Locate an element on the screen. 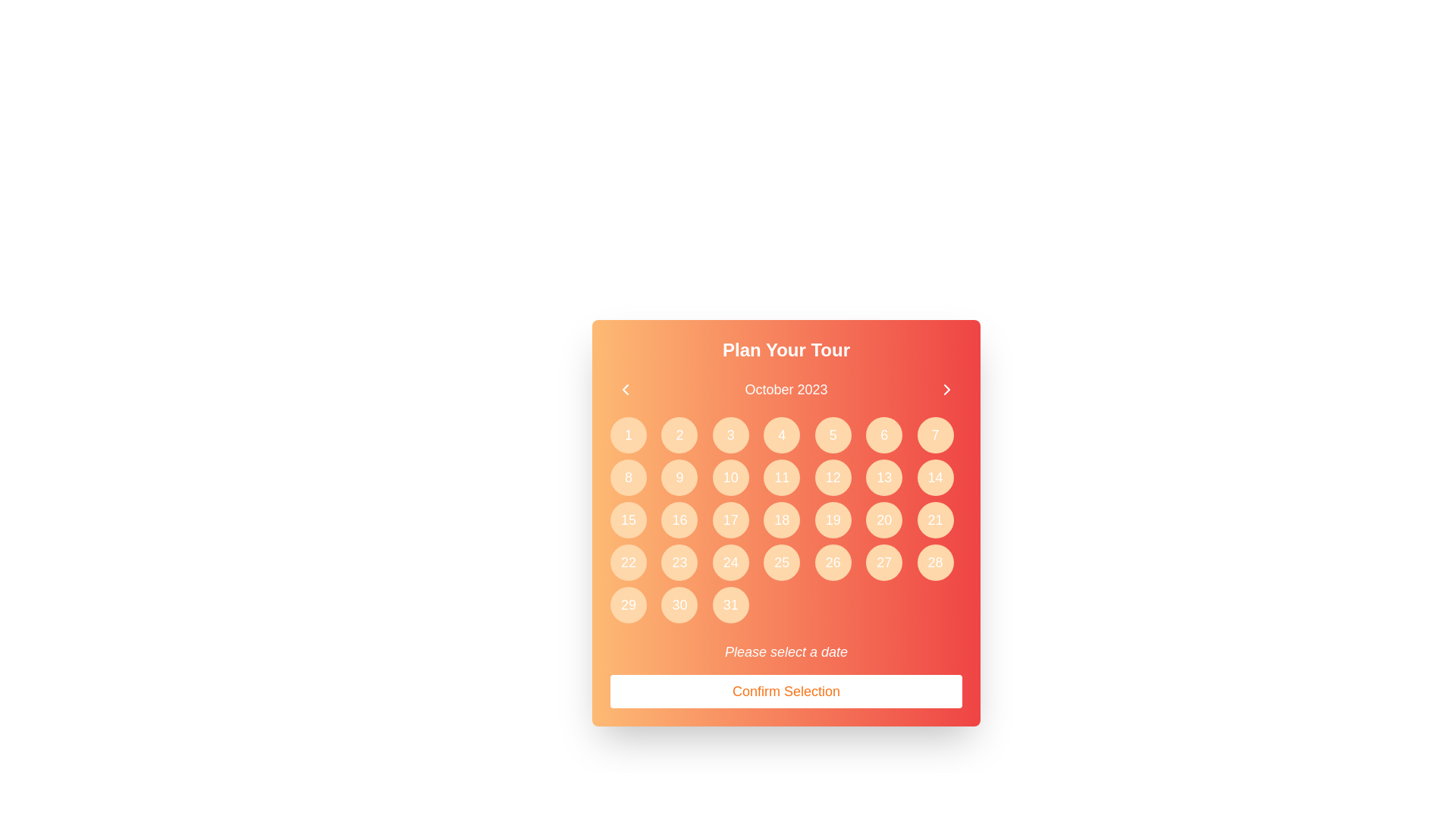 This screenshot has width=1456, height=819. the circular button with a light orange background displaying the number '16' in the calendar interface titled 'Plan Your Tour' for visual feedback is located at coordinates (679, 519).